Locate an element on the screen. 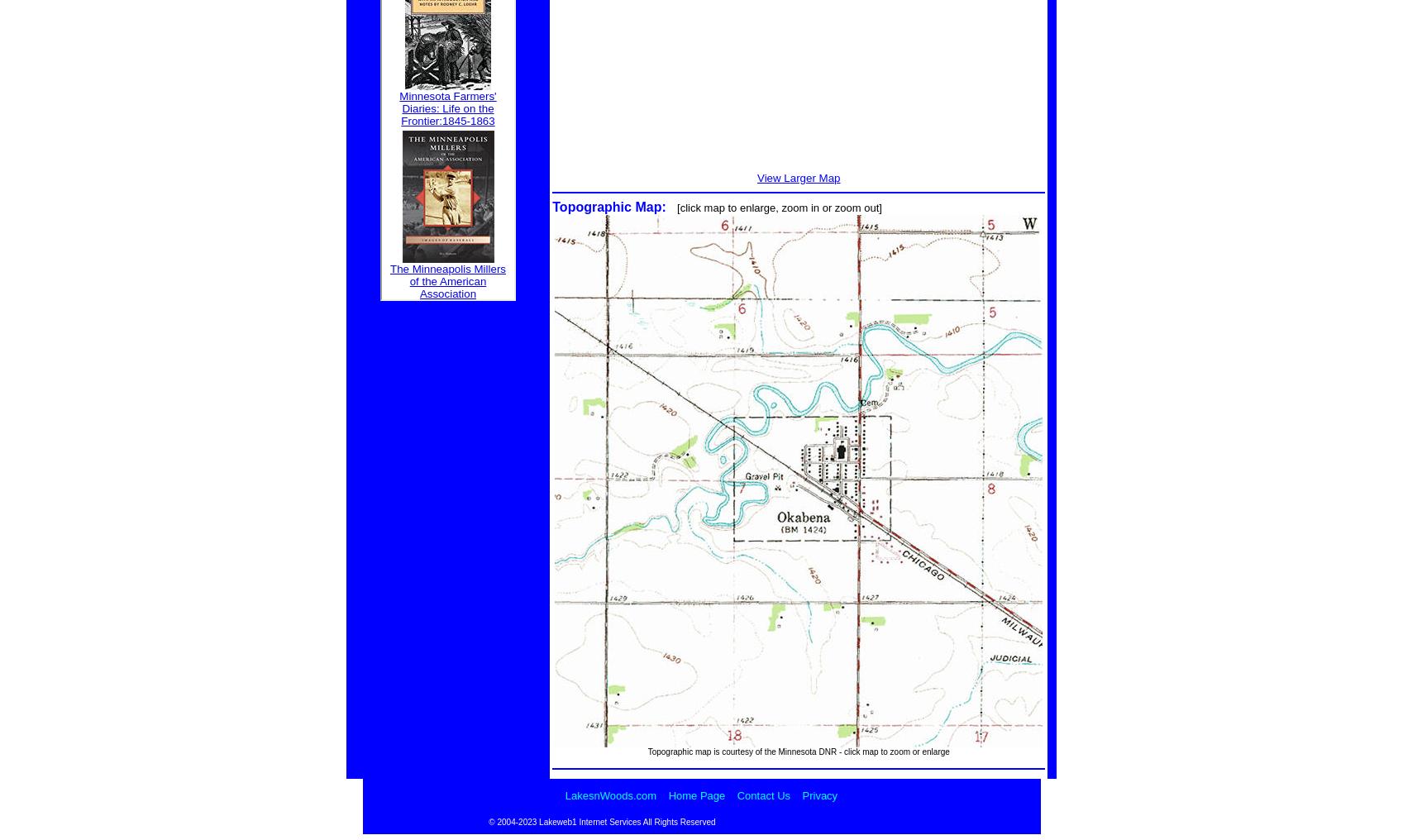 The height and width of the screenshot is (840, 1403). '[click map to enlarge, zoom 
		in or zoom out]' is located at coordinates (779, 208).